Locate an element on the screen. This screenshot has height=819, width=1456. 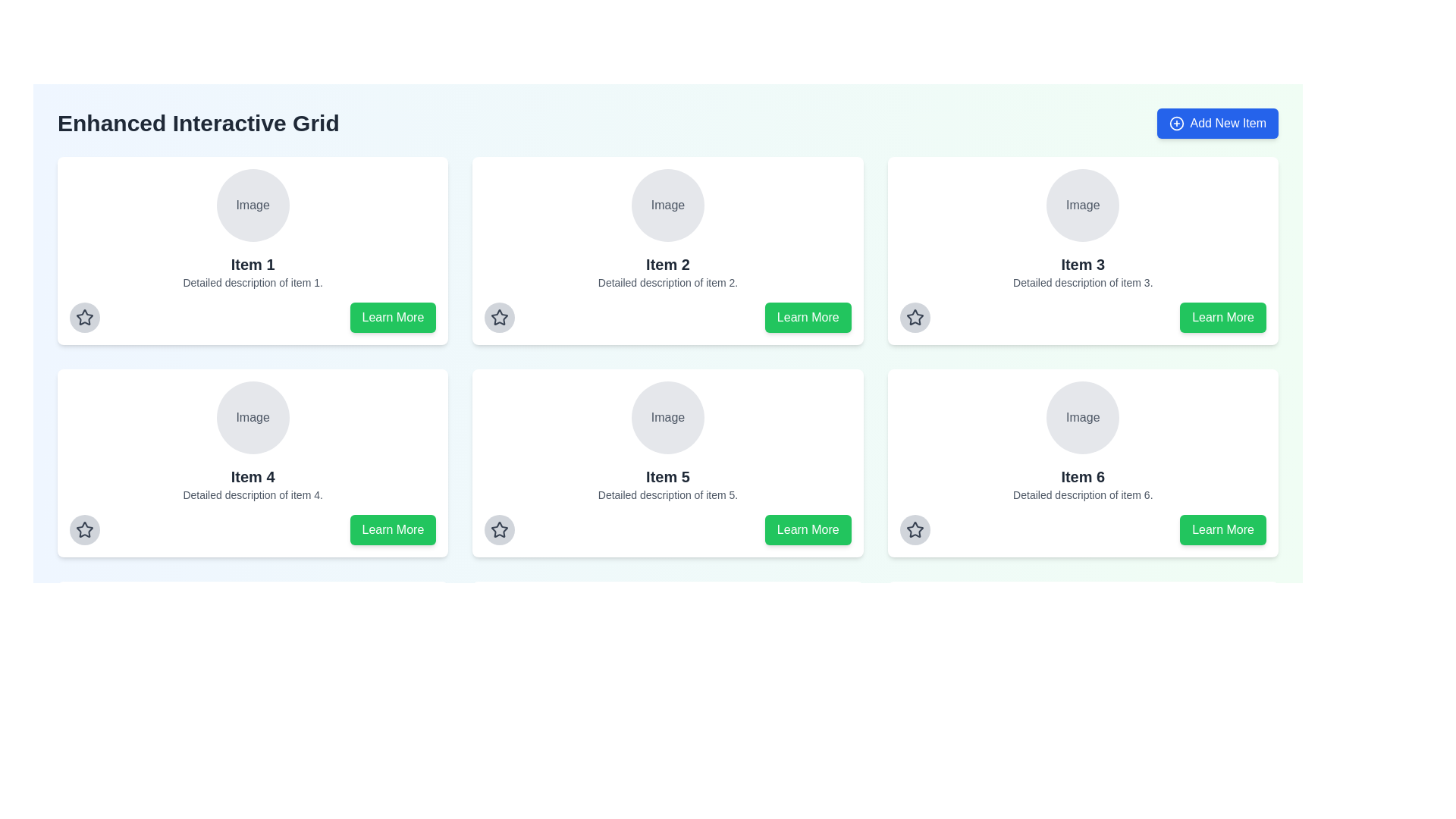
the star icon within the circular button on the card labeled 'Item 5' is located at coordinates (499, 529).